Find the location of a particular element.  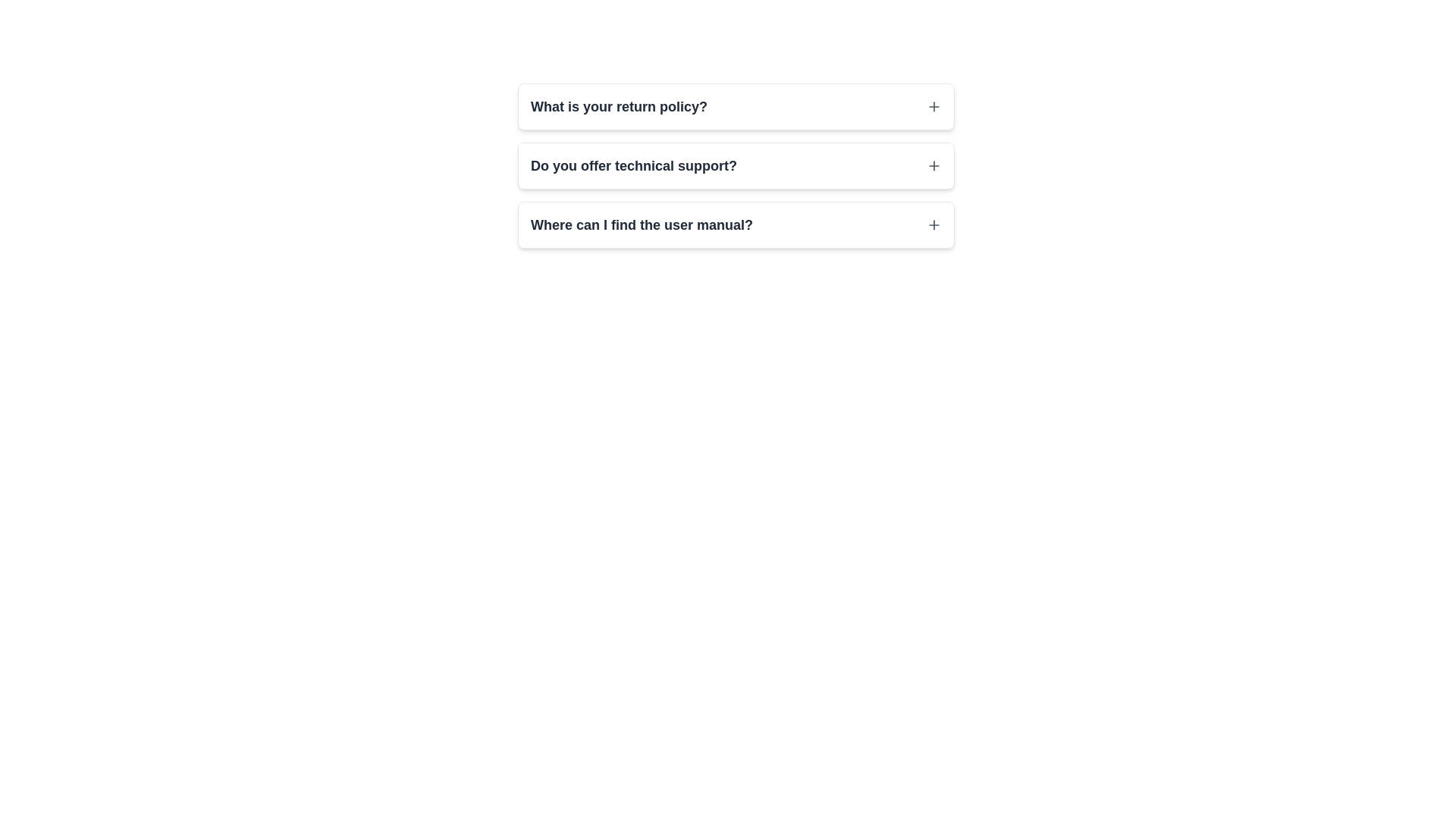

the third icon button on the right side of the list item labeled 'Where can I find the user manual?' is located at coordinates (934, 225).